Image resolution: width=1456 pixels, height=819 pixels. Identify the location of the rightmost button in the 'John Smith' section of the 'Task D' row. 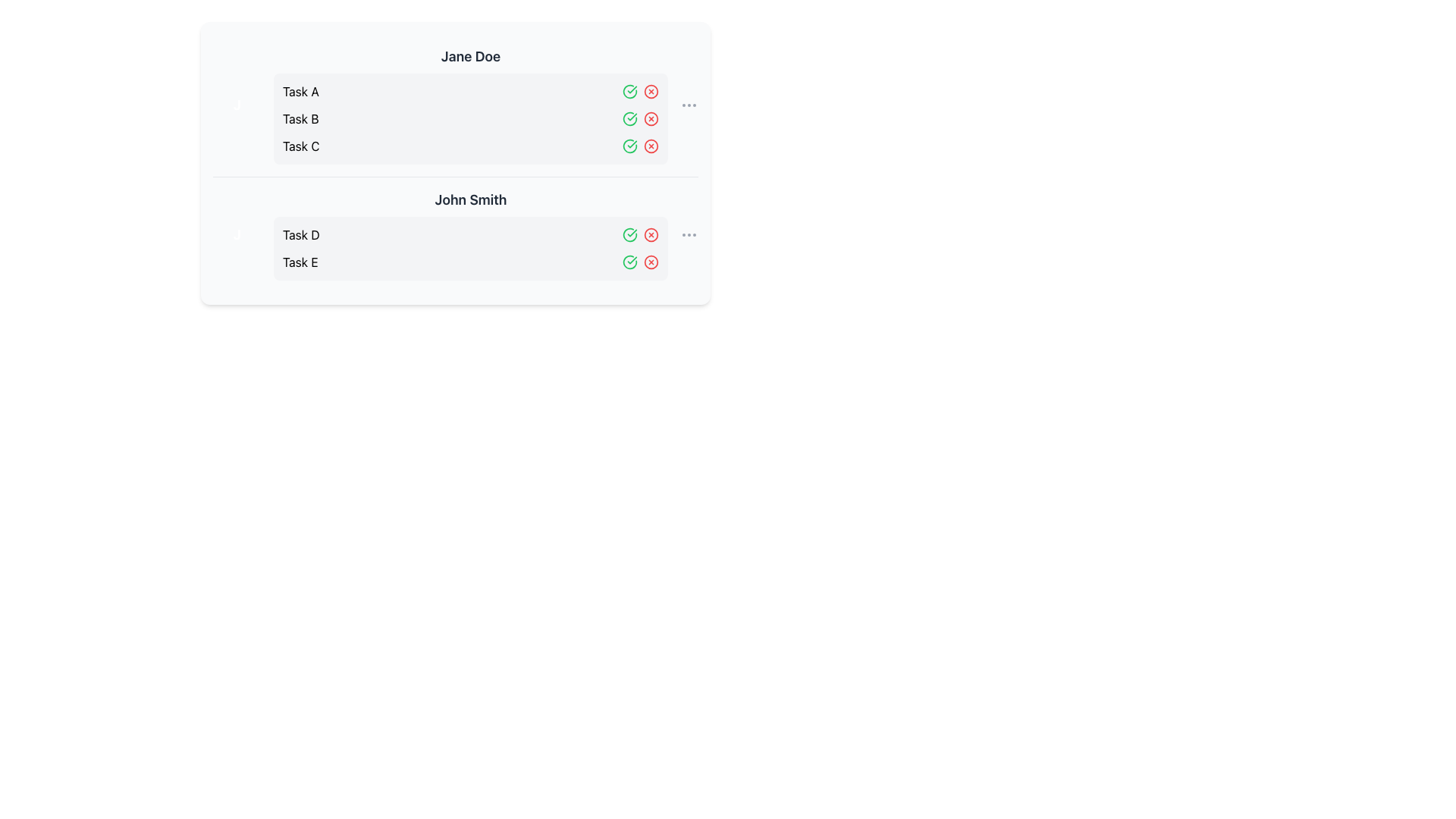
(688, 234).